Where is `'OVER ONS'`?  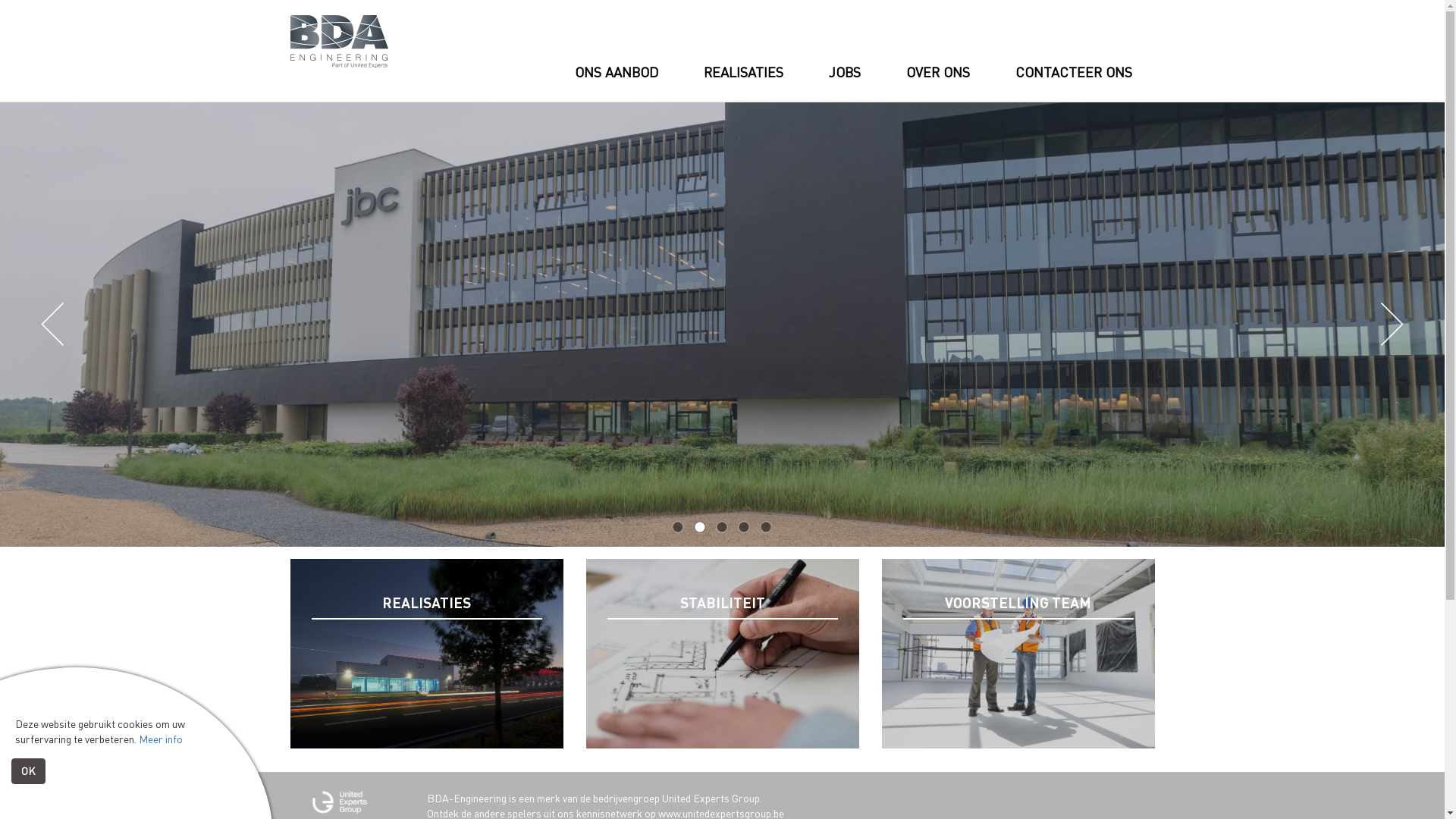 'OVER ONS' is located at coordinates (937, 85).